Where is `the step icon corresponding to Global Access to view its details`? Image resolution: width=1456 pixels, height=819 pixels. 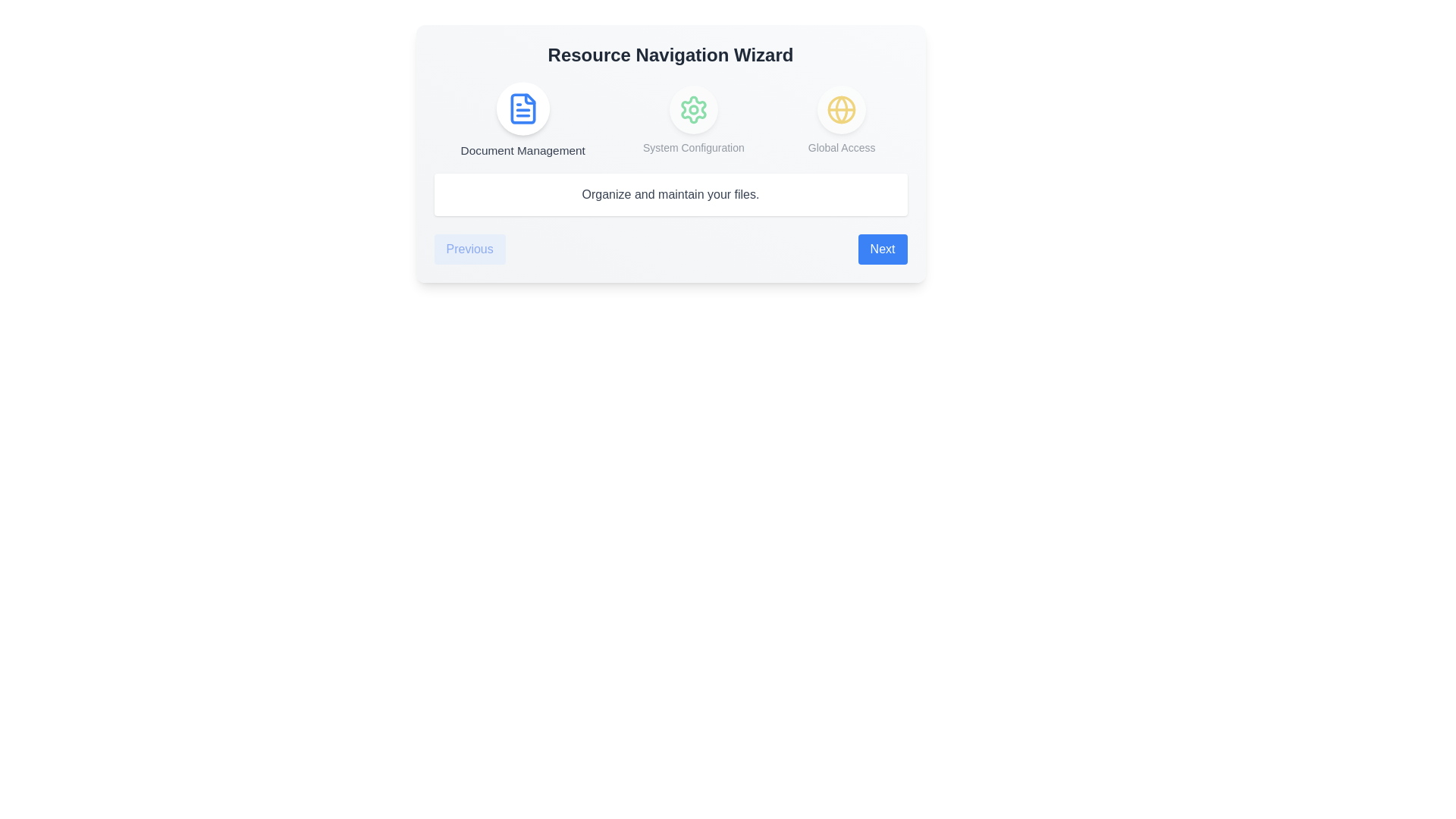 the step icon corresponding to Global Access to view its details is located at coordinates (841, 109).